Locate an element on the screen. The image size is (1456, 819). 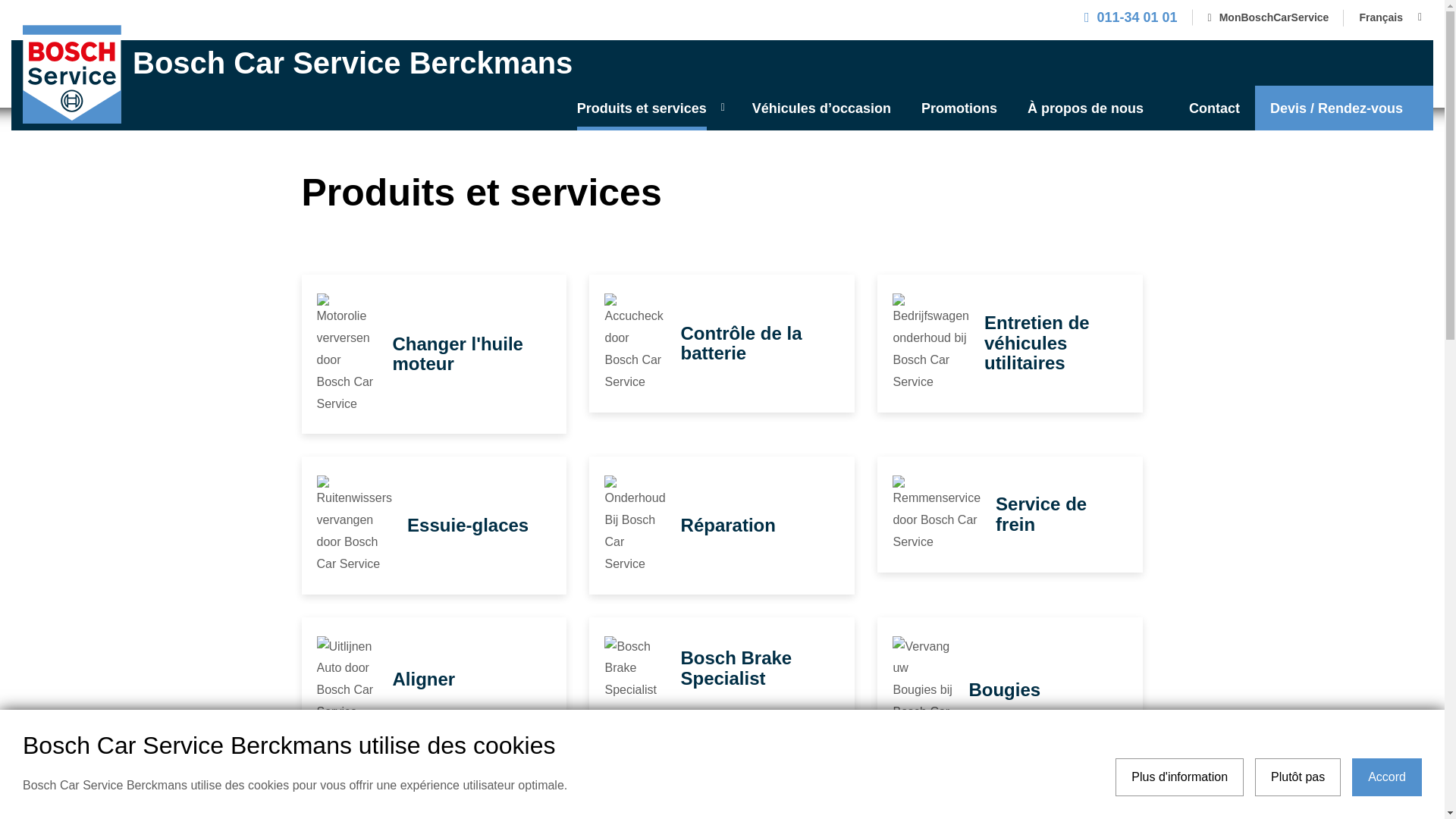
'Promotions' is located at coordinates (906, 107).